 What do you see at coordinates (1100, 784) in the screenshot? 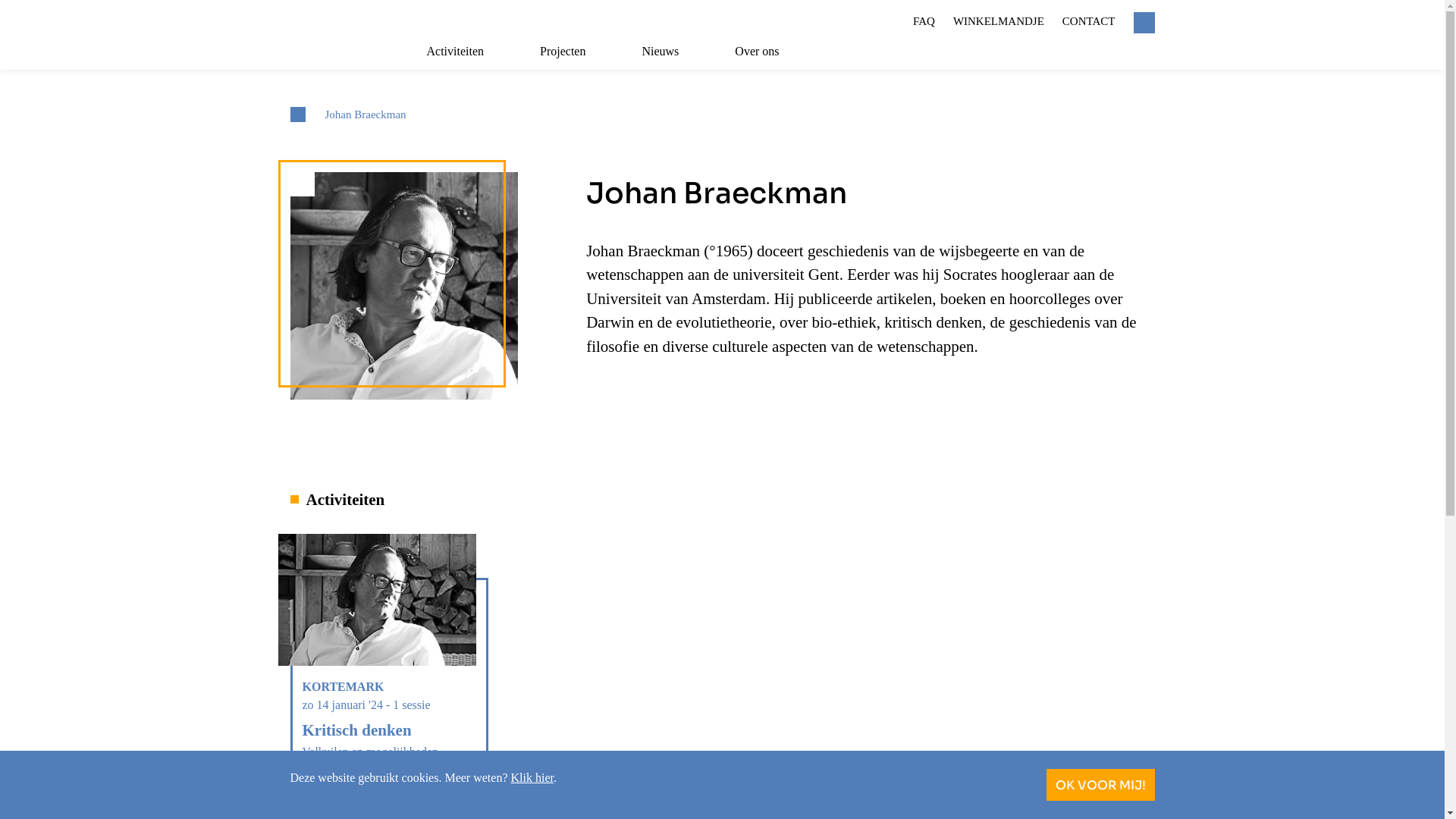
I see `'OK VOOR MIJ!'` at bounding box center [1100, 784].